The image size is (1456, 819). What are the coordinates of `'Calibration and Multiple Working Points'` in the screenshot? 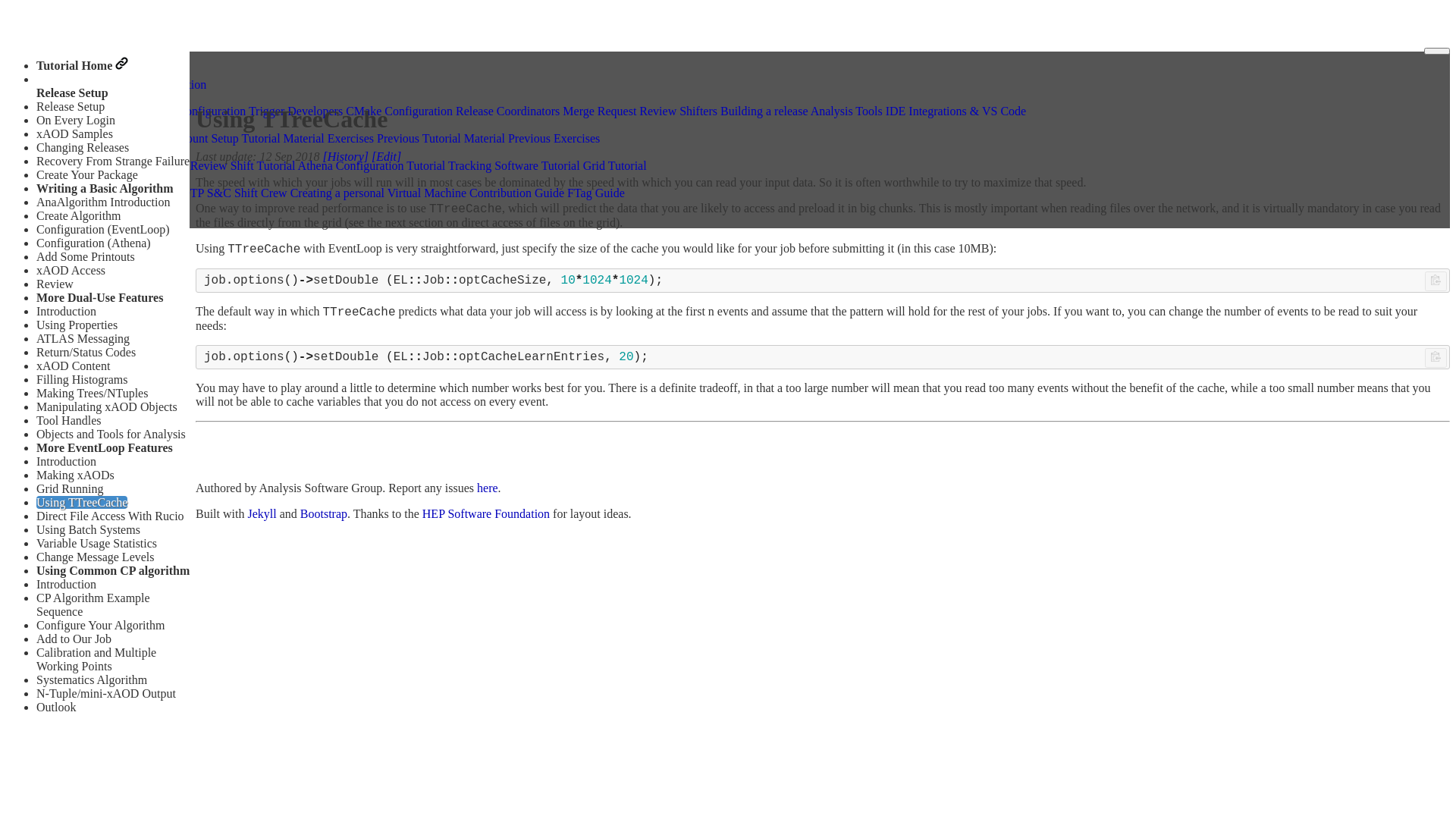 It's located at (95, 658).